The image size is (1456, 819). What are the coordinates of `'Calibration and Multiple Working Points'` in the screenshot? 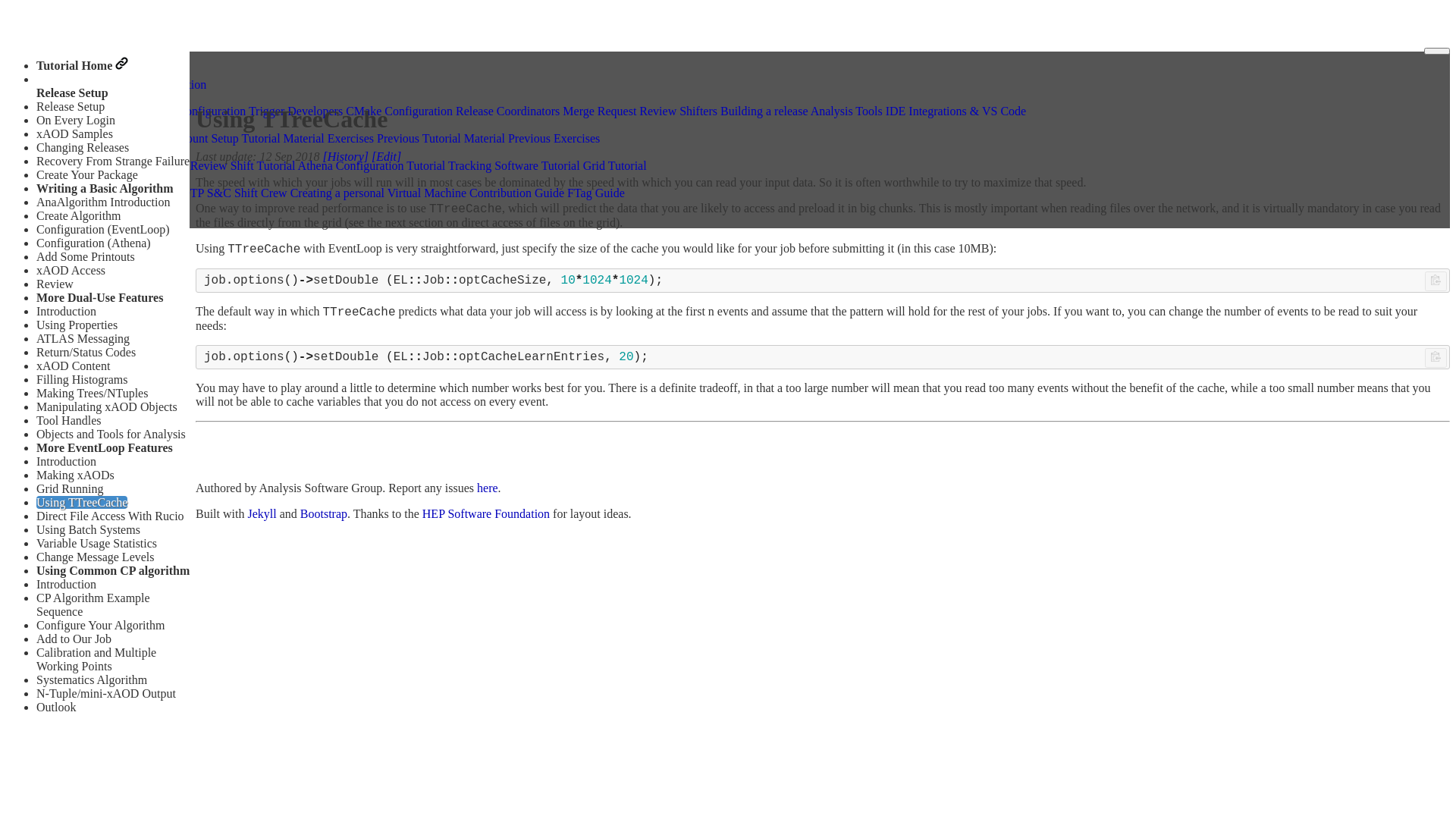 It's located at (95, 658).